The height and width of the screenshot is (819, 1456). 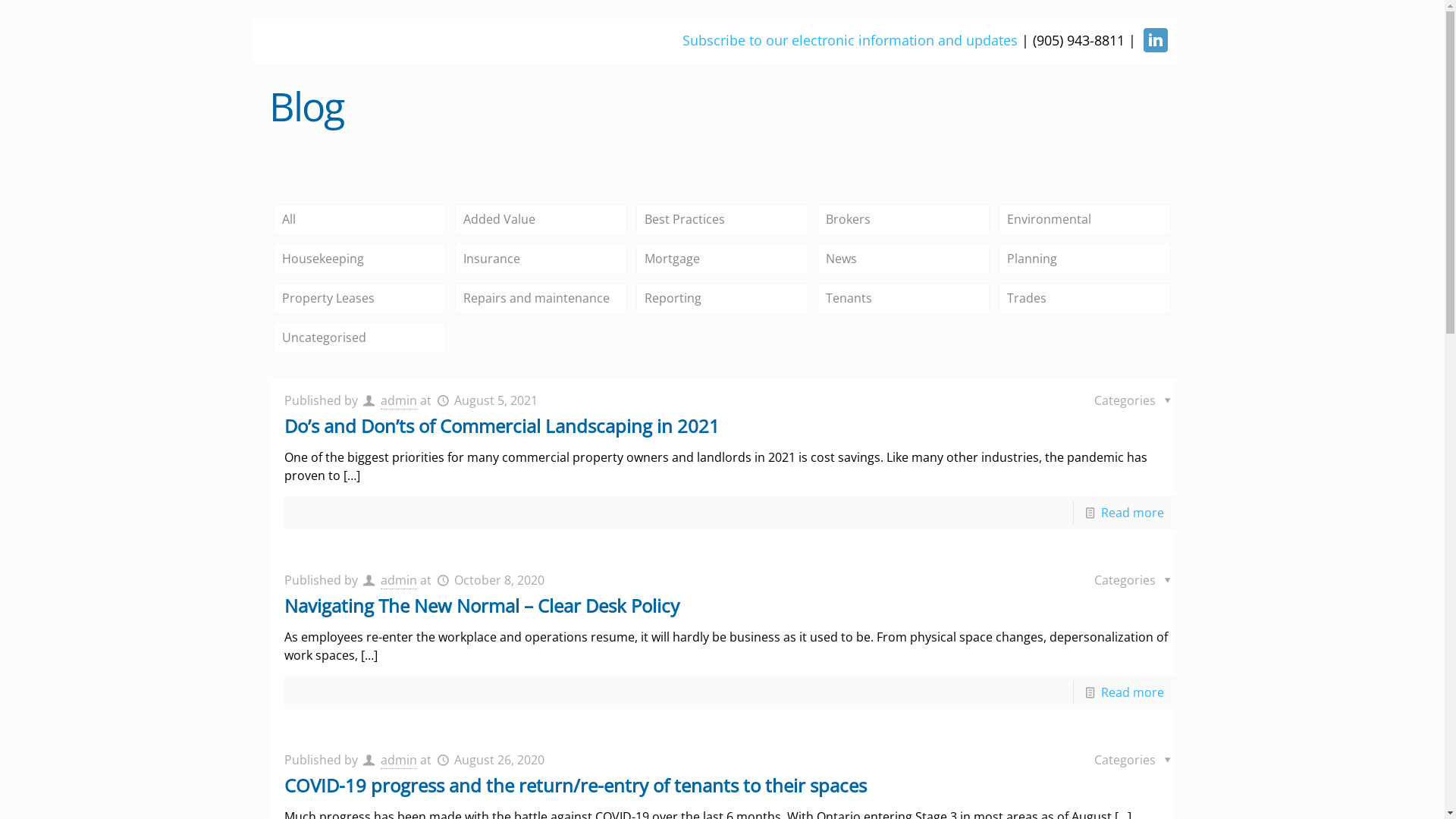 I want to click on 'Uncategorised', so click(x=273, y=336).